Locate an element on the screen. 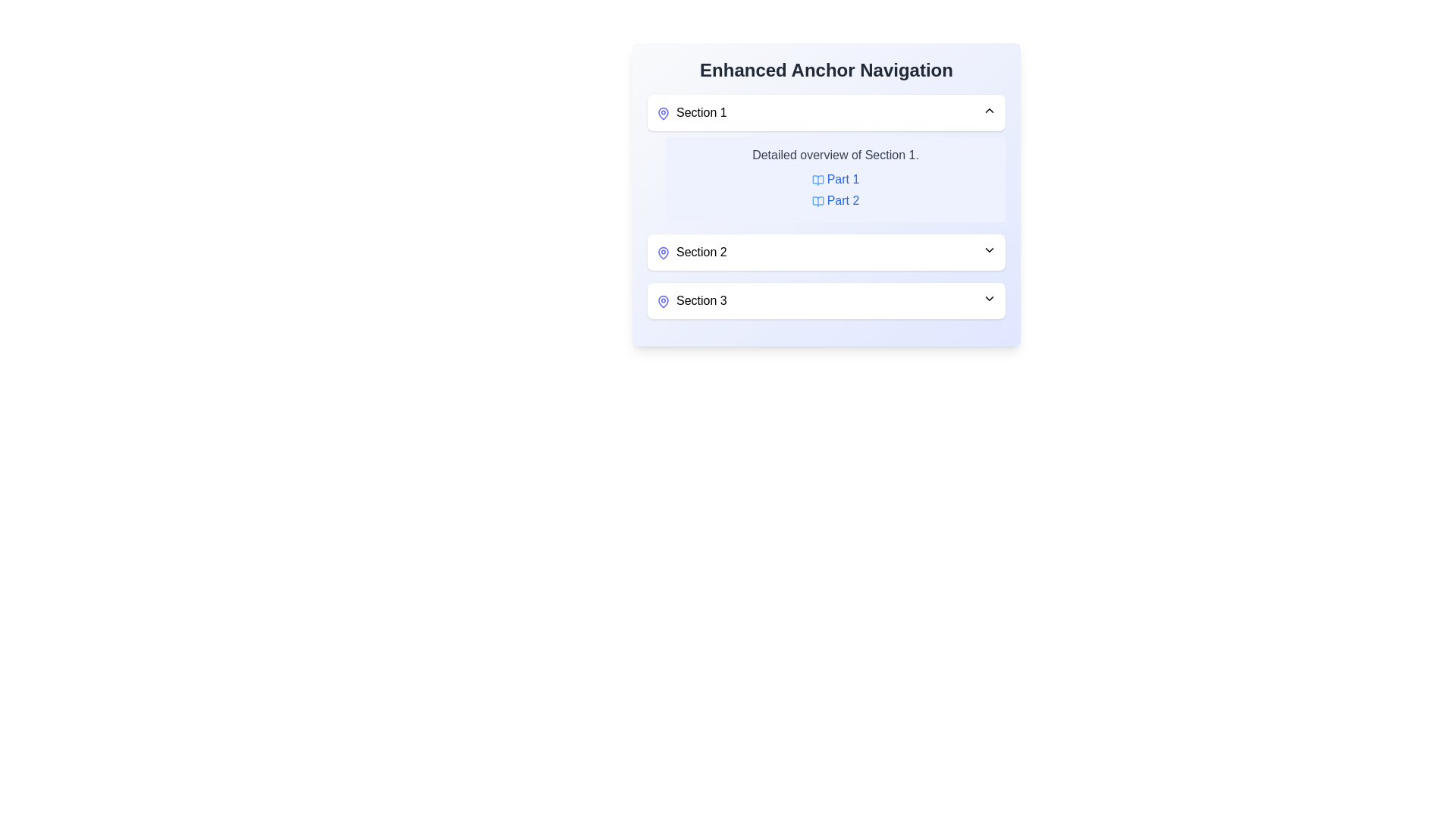 Image resolution: width=1456 pixels, height=819 pixels. the icon that visually indicates navigation related functionality, located next to the text label 'Section 2' in the second section of the navigation interface is located at coordinates (663, 251).